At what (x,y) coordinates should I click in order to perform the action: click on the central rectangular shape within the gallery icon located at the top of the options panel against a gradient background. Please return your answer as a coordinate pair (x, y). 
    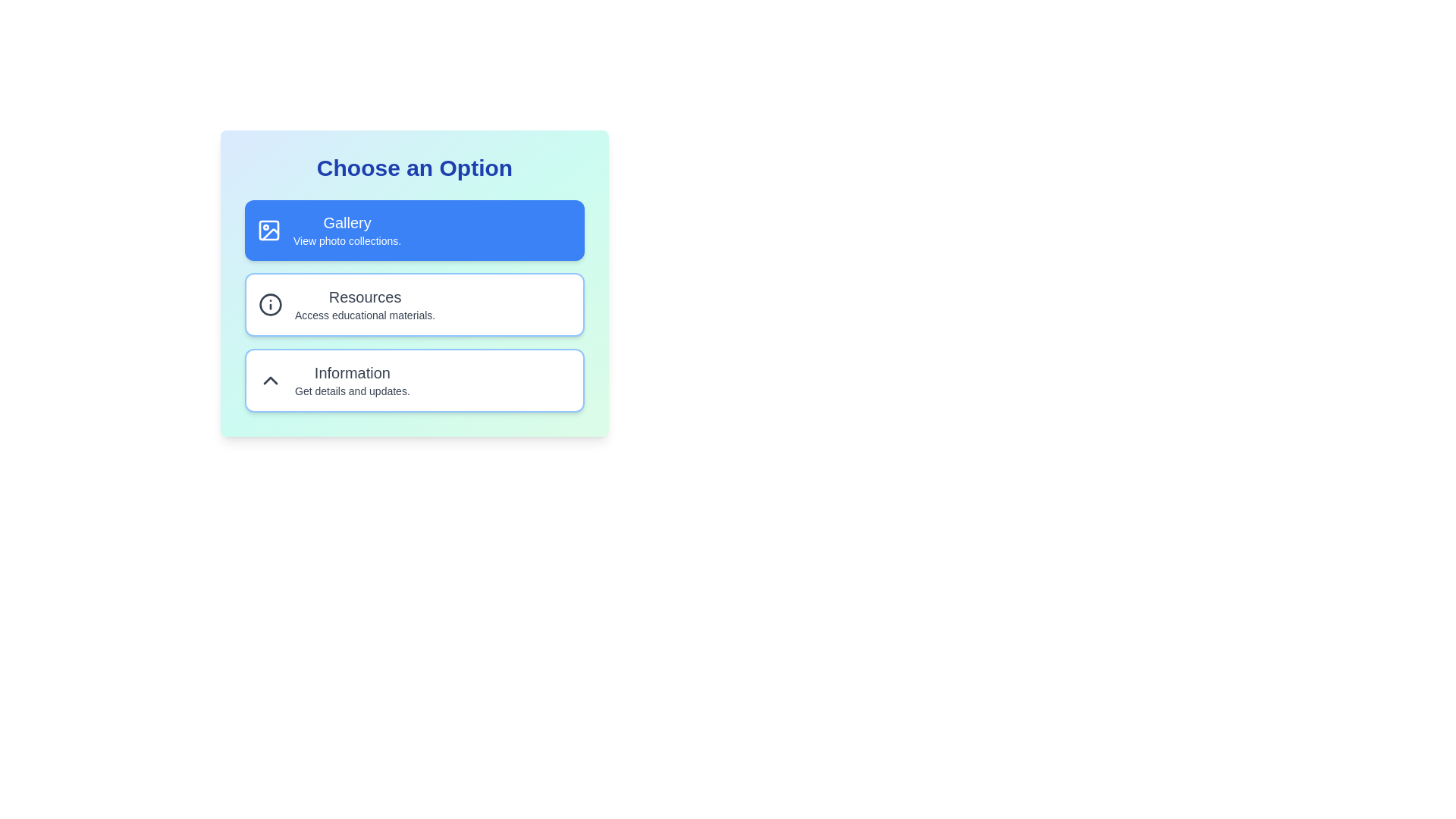
    Looking at the image, I should click on (269, 231).